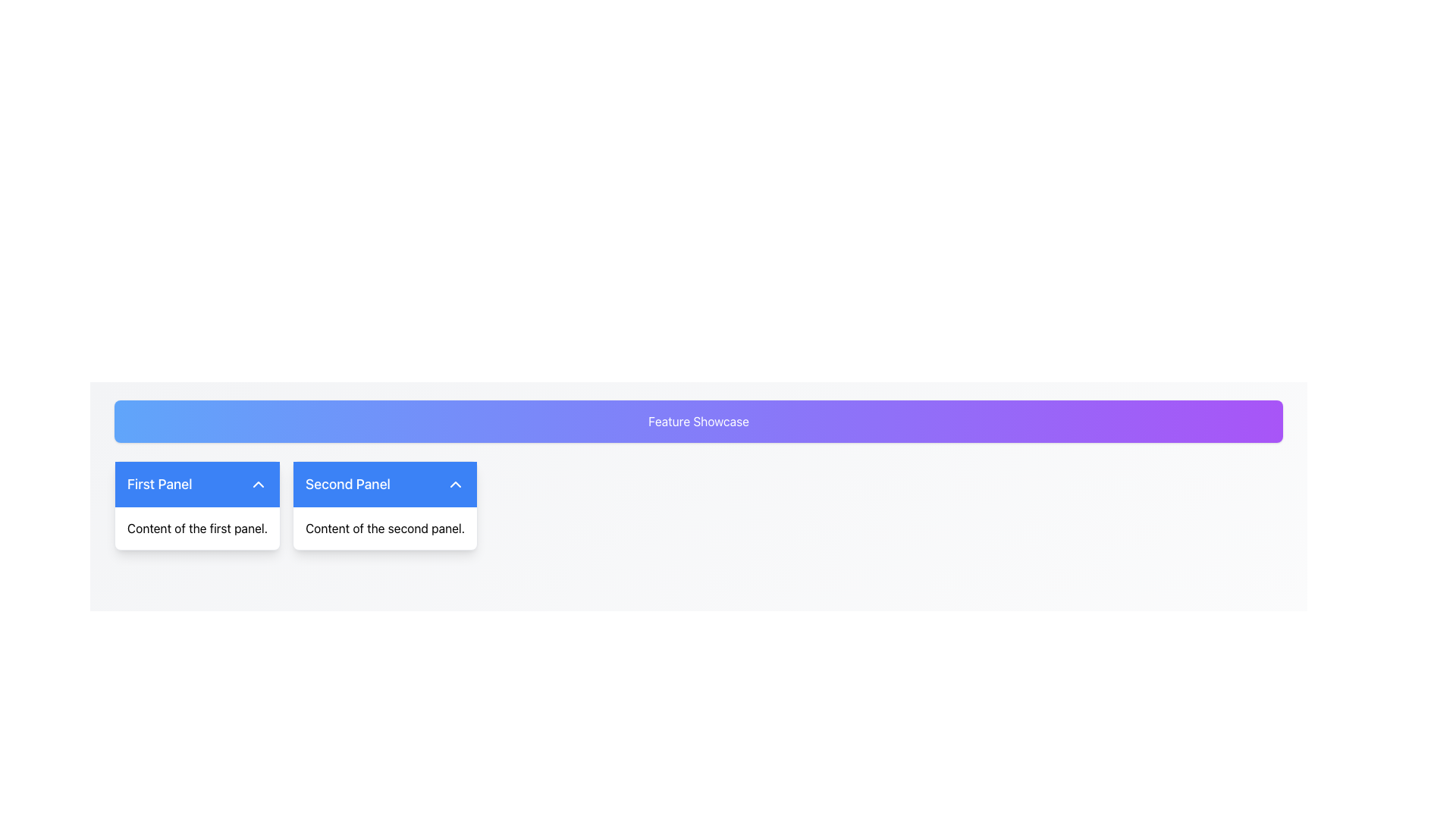  What do you see at coordinates (347, 485) in the screenshot?
I see `text label displaying 'Second Panel' which is styled with a prominent blue background and white text, located in the header area of the second panel` at bounding box center [347, 485].